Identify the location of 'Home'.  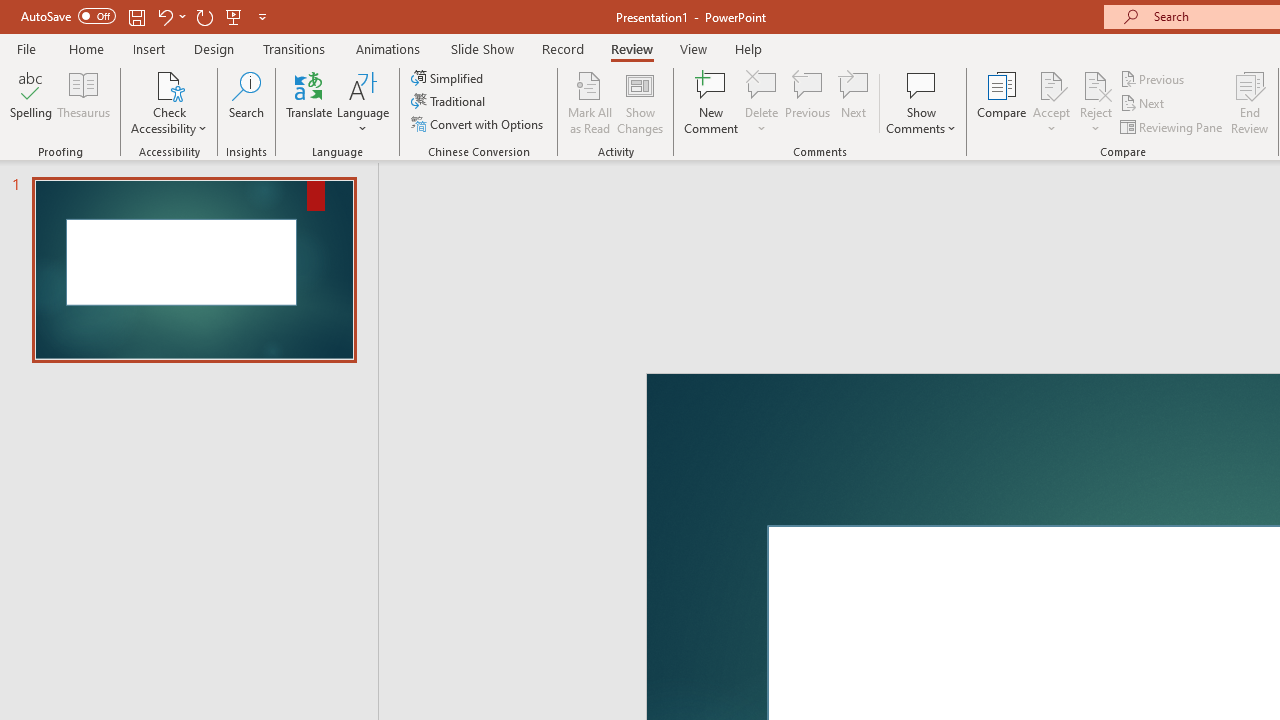
(85, 48).